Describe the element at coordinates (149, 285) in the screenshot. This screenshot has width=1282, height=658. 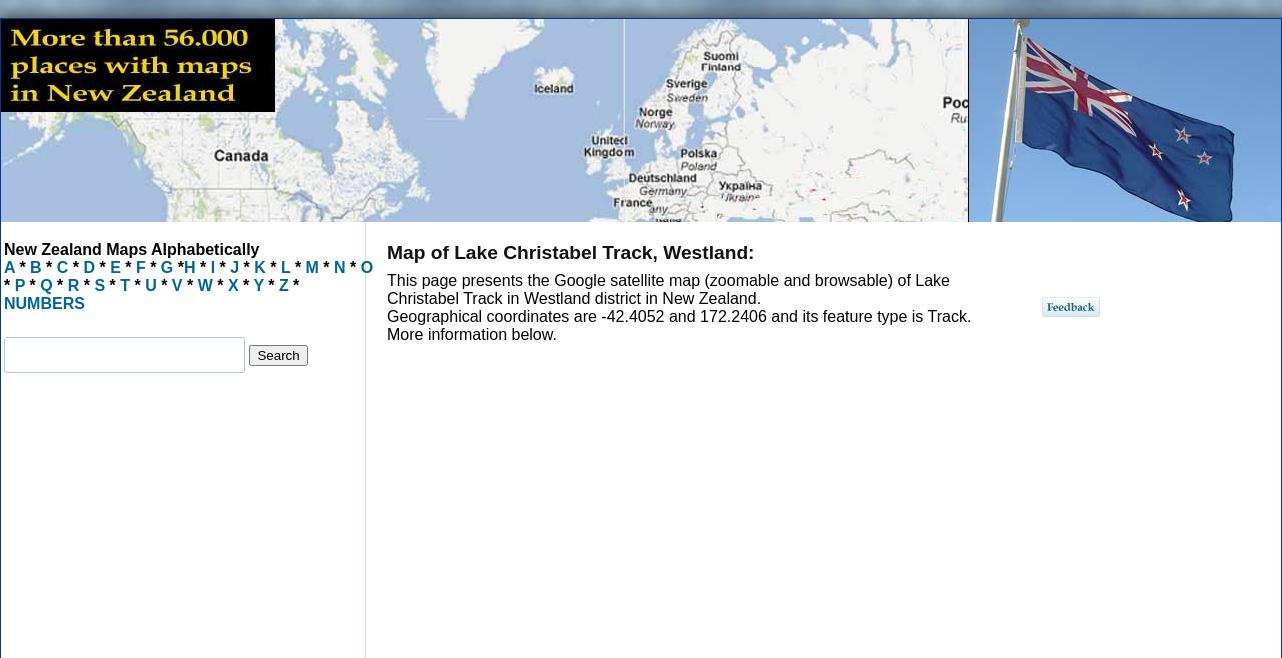
I see `'U'` at that location.